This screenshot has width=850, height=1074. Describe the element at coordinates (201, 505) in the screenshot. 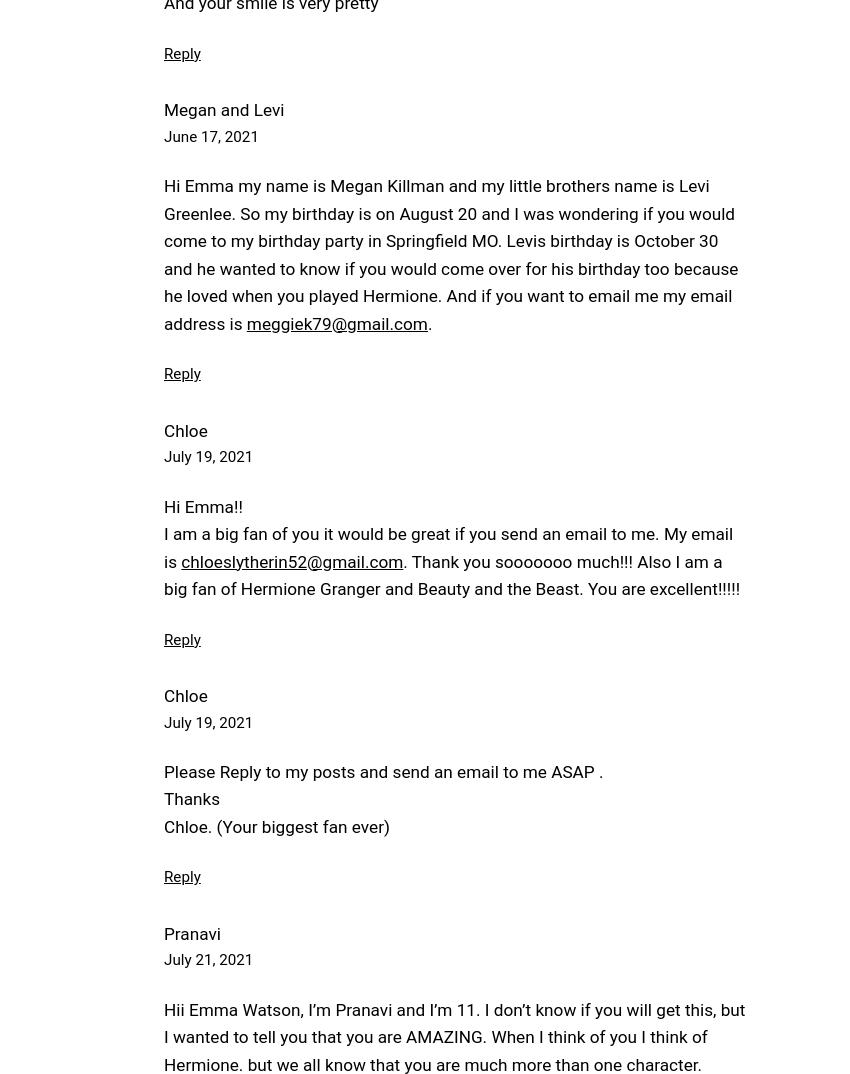

I see `'Hi Emma!!'` at that location.